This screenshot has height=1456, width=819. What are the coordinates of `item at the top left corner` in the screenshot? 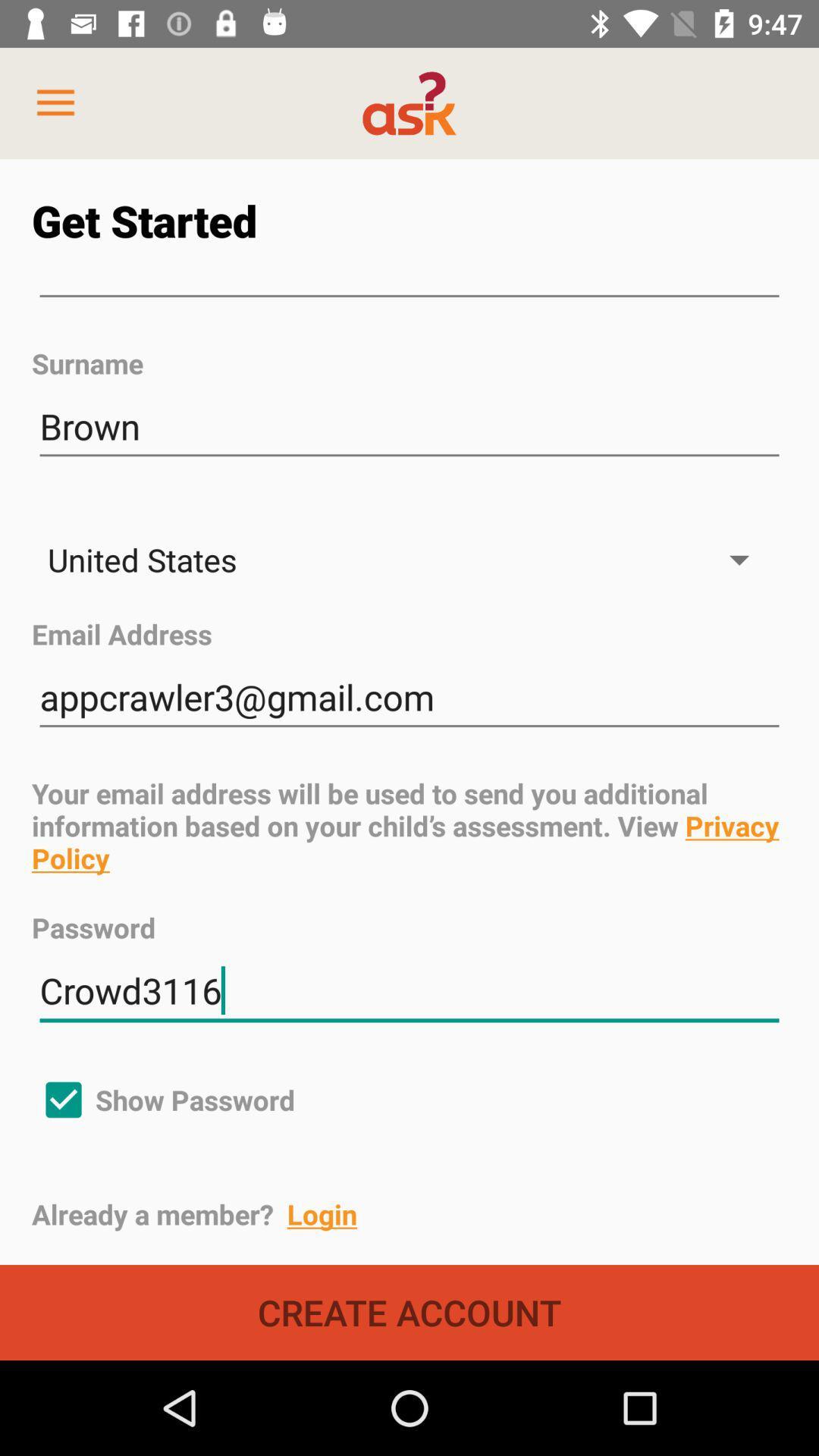 It's located at (55, 102).